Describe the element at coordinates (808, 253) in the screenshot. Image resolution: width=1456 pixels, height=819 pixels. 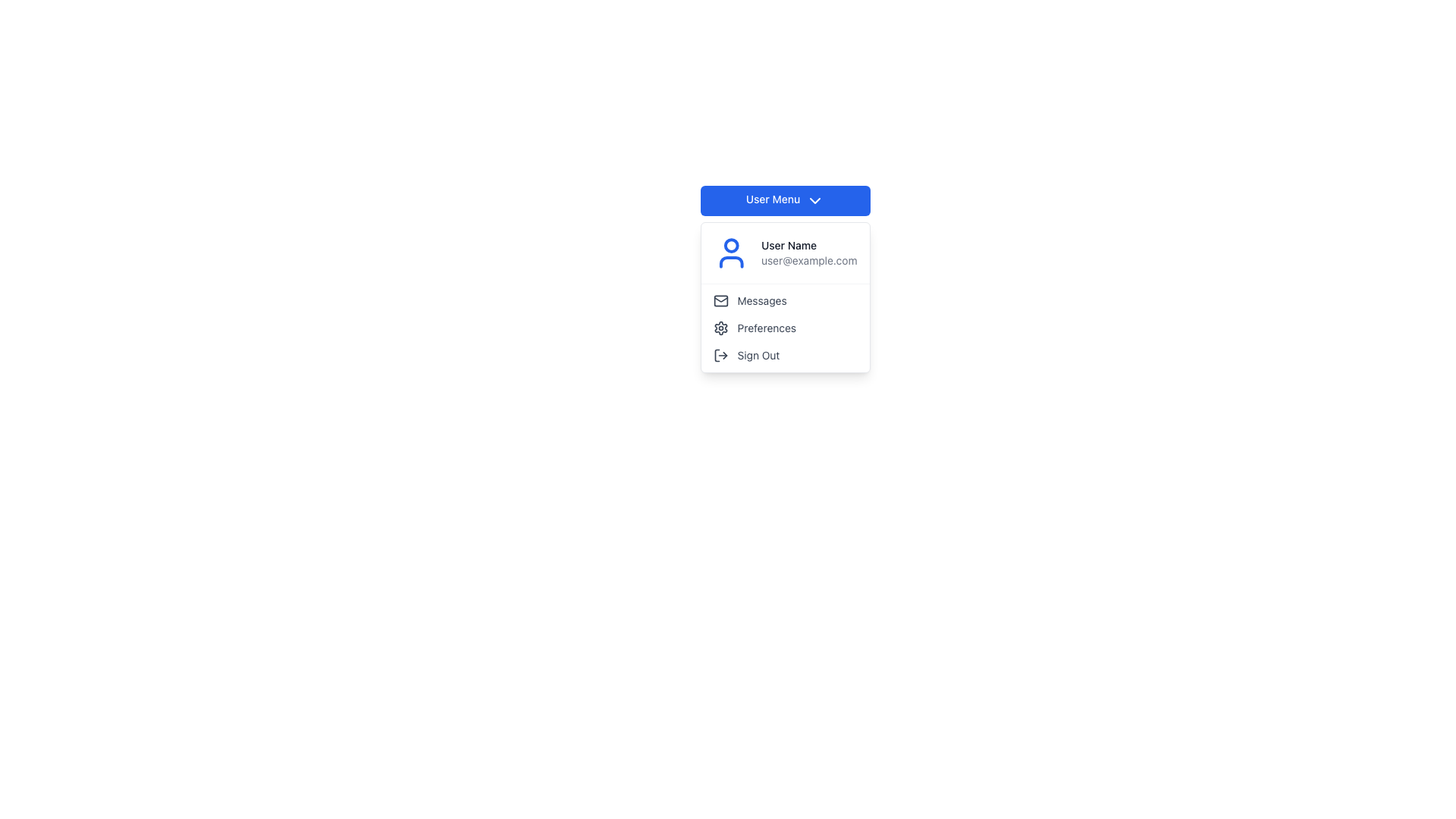
I see `the 'User Name' text label, which is a bold label displaying 'User Name' and the email 'user@example.com' in a dropdown panel under the 'User Menu' button` at that location.